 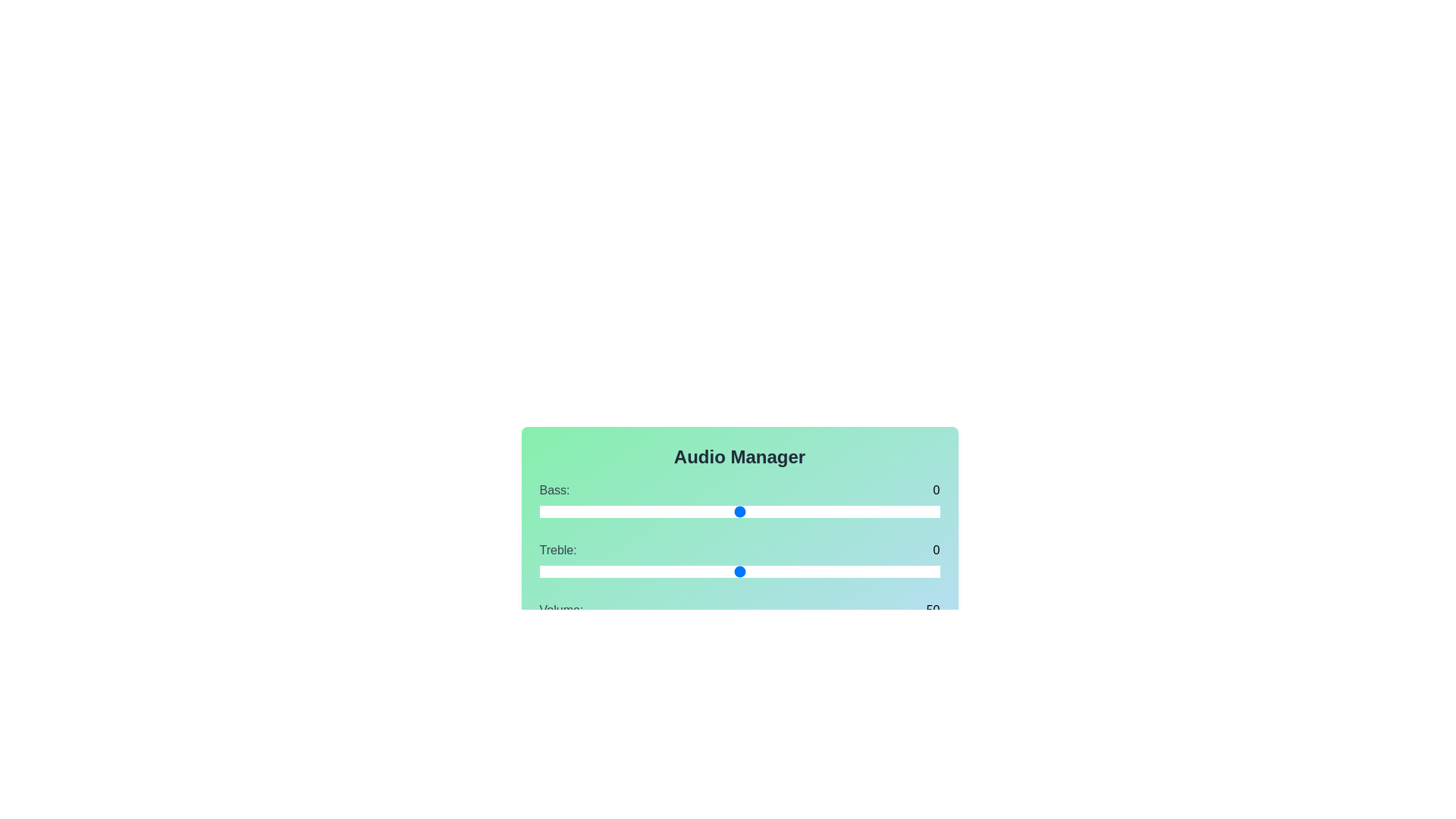 What do you see at coordinates (719, 571) in the screenshot?
I see `the Treble slider to -1` at bounding box center [719, 571].